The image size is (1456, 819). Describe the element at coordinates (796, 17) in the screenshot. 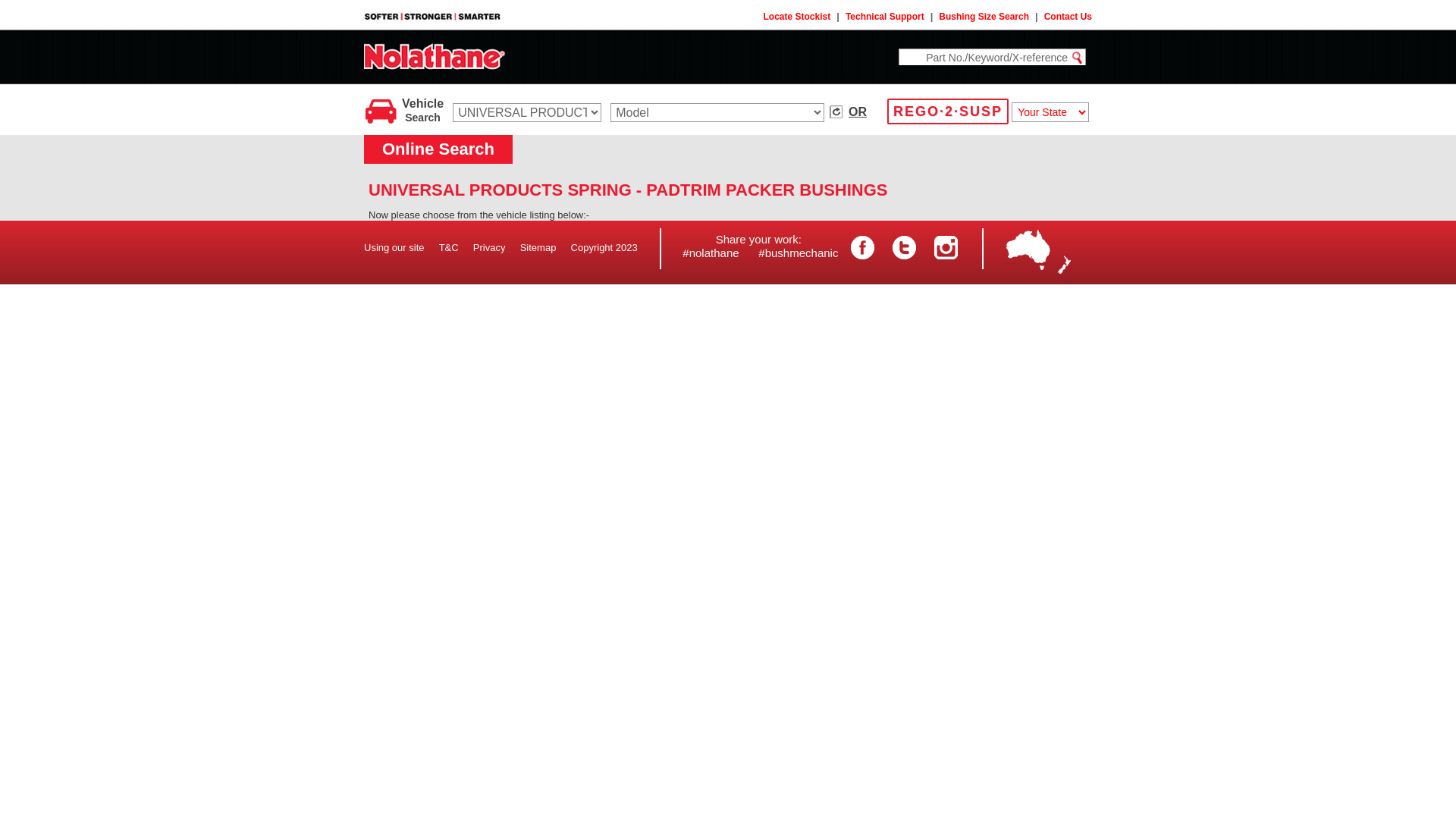

I see `'Locate Stockist'` at that location.